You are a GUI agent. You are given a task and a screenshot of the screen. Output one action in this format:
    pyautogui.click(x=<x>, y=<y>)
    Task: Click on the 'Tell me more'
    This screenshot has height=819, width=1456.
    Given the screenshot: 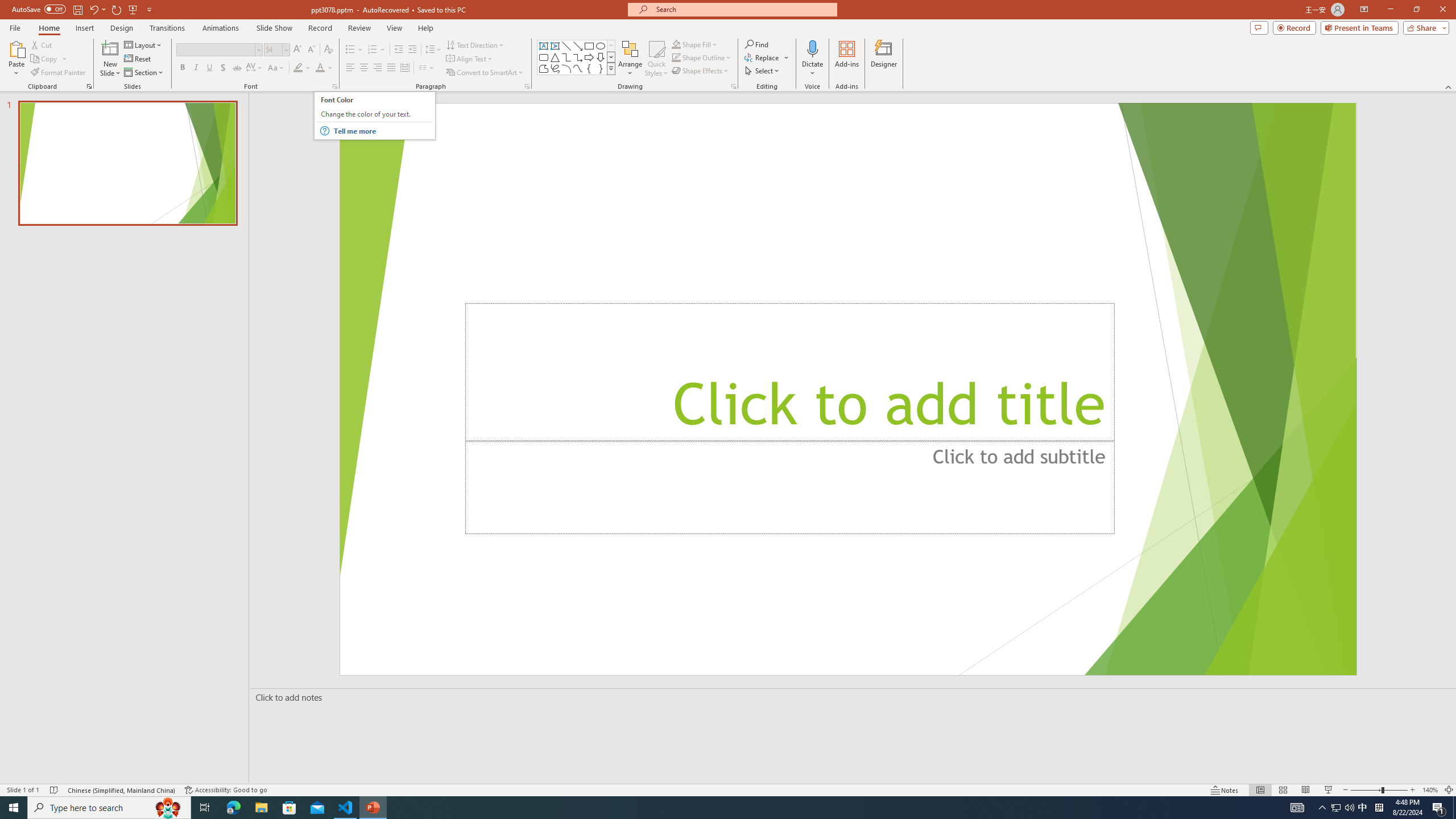 What is the action you would take?
    pyautogui.click(x=382, y=130)
    